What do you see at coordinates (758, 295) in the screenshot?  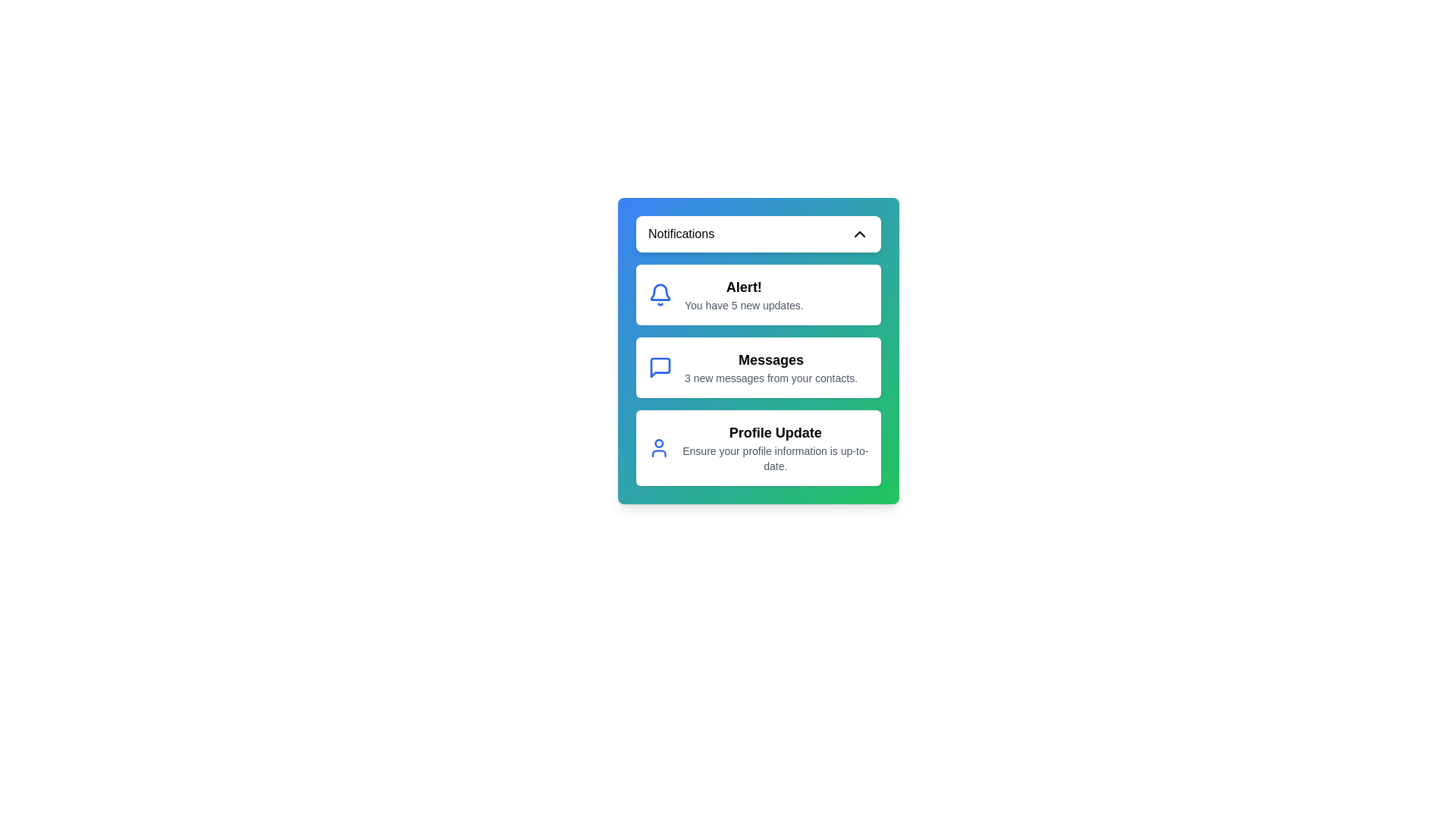 I see `the notification titled 'Alert!' to select it` at bounding box center [758, 295].